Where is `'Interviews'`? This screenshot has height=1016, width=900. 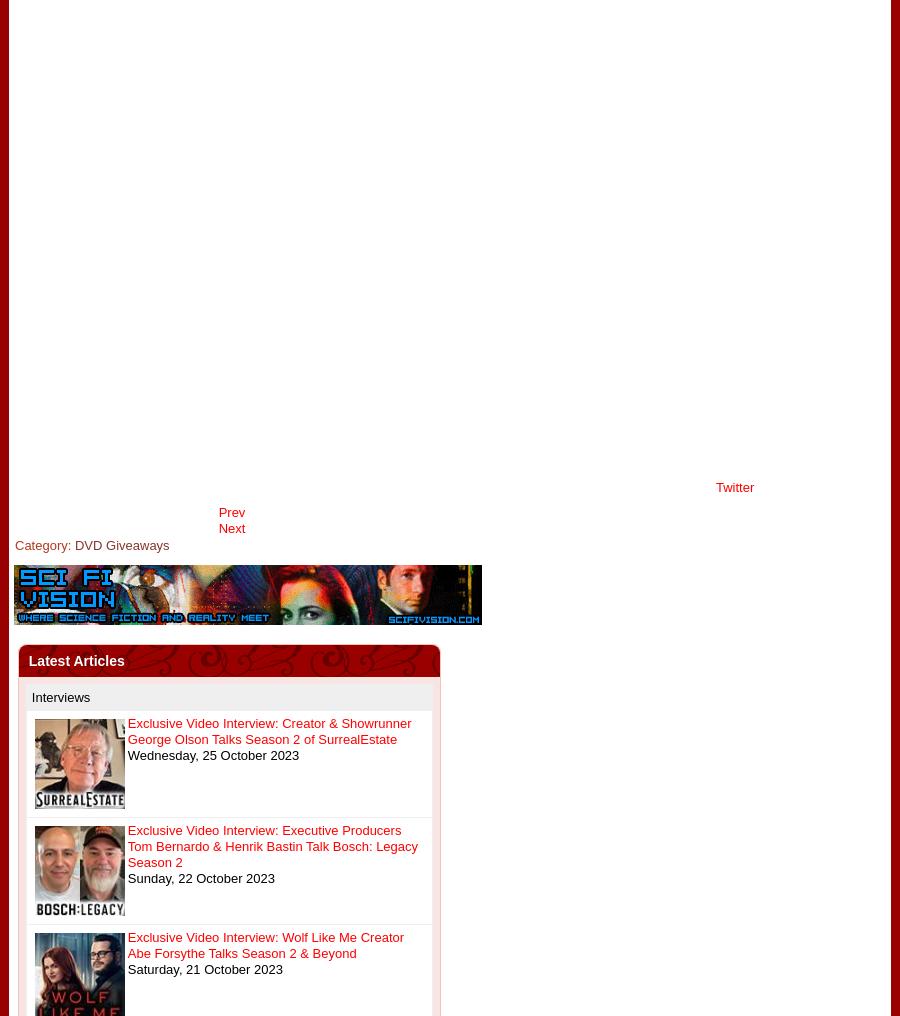
'Interviews' is located at coordinates (59, 696).